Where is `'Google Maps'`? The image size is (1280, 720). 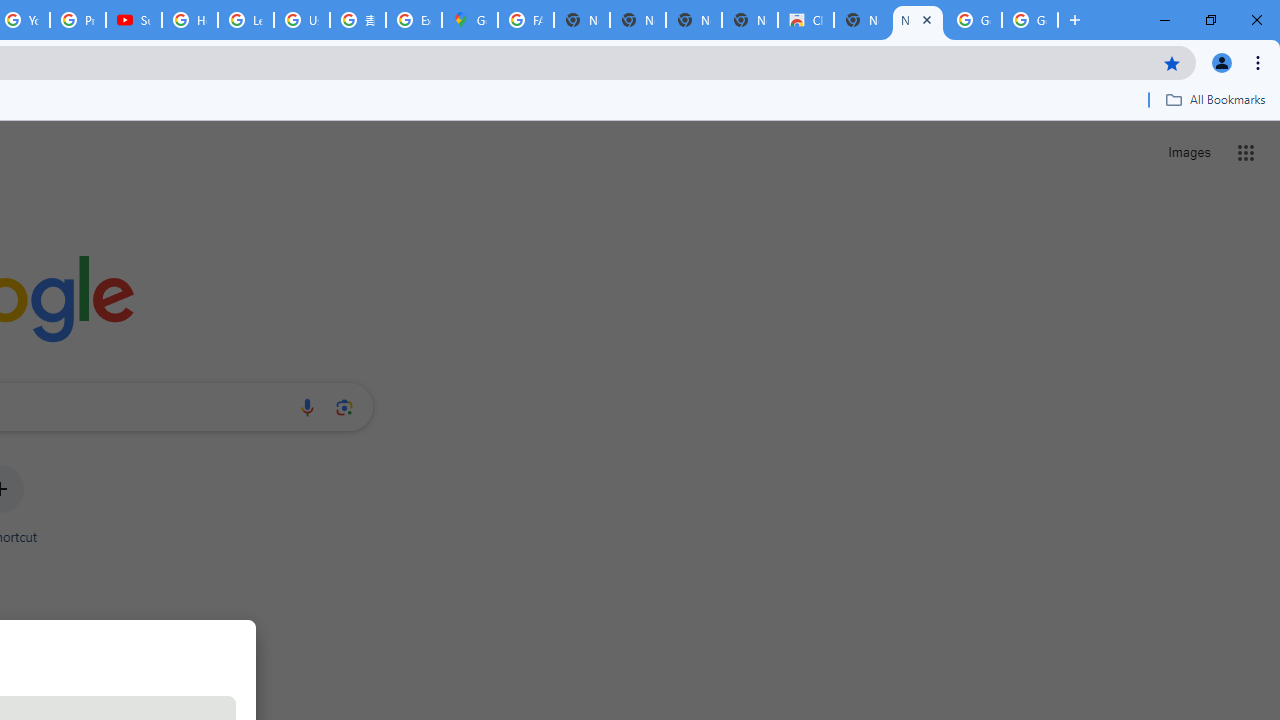
'Google Maps' is located at coordinates (468, 20).